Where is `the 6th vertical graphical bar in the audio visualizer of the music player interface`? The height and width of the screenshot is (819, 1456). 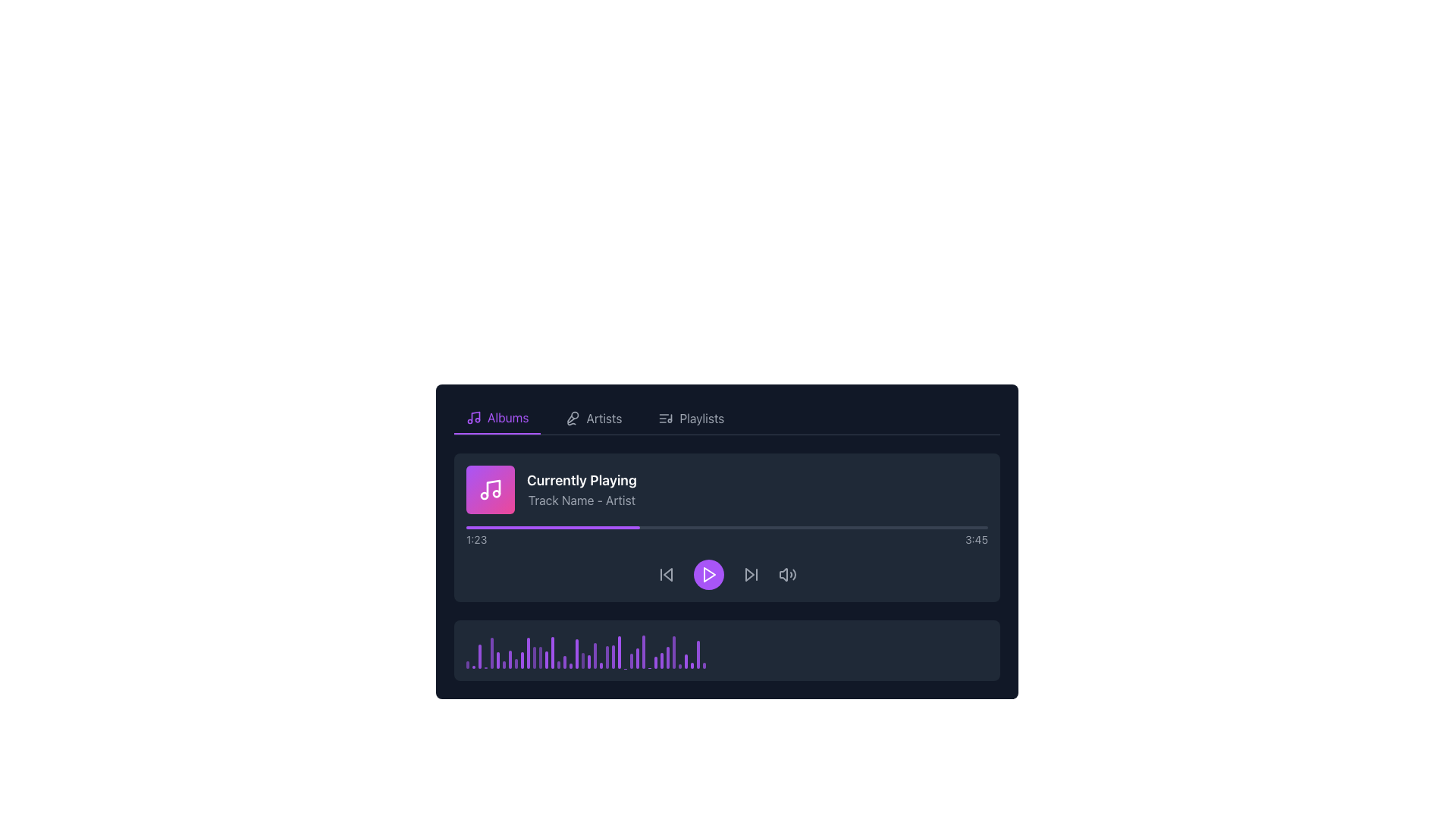 the 6th vertical graphical bar in the audio visualizer of the music player interface is located at coordinates (498, 660).